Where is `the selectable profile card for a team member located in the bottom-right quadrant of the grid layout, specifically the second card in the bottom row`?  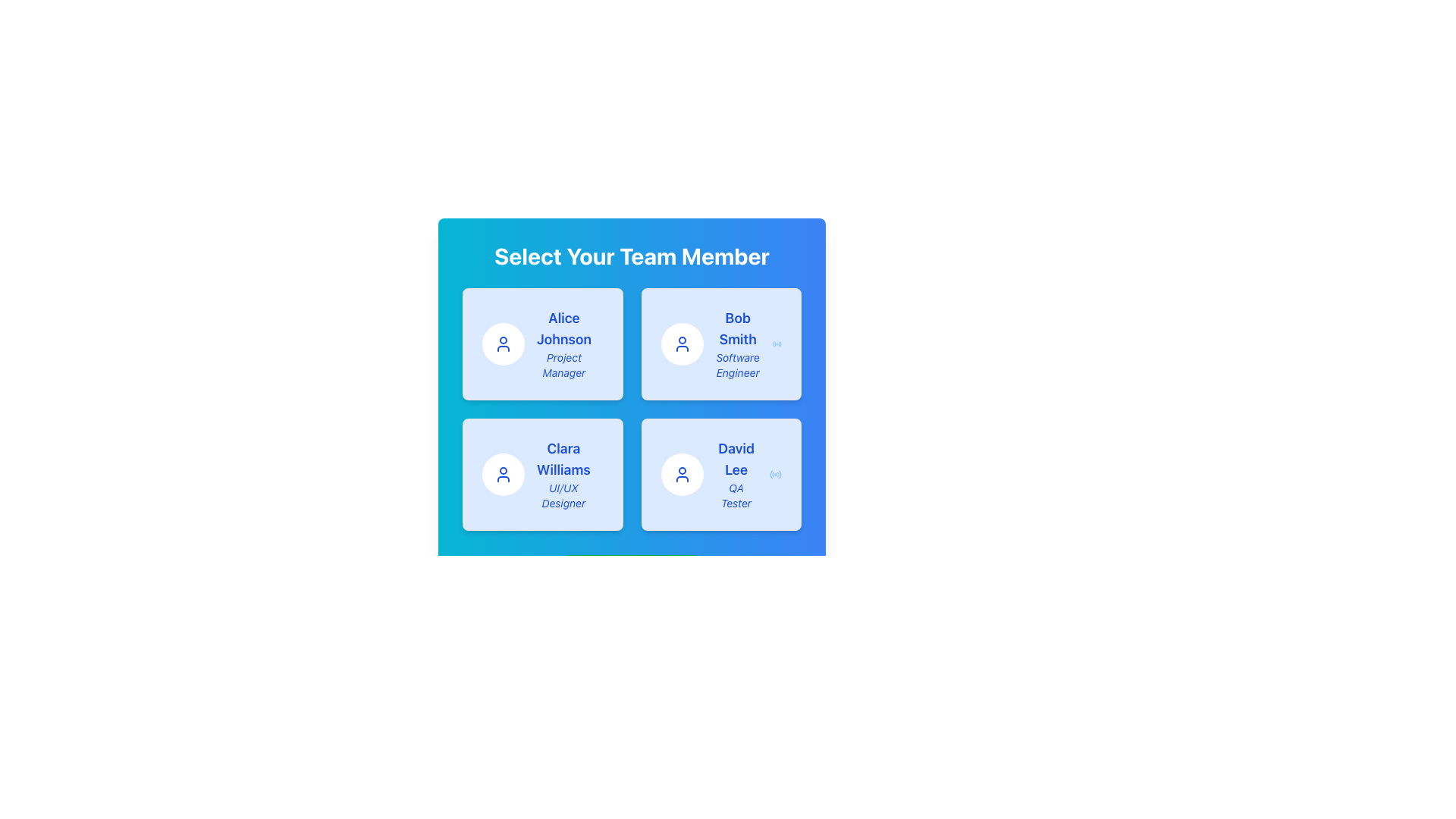
the selectable profile card for a team member located in the bottom-right quadrant of the grid layout, specifically the second card in the bottom row is located at coordinates (720, 473).